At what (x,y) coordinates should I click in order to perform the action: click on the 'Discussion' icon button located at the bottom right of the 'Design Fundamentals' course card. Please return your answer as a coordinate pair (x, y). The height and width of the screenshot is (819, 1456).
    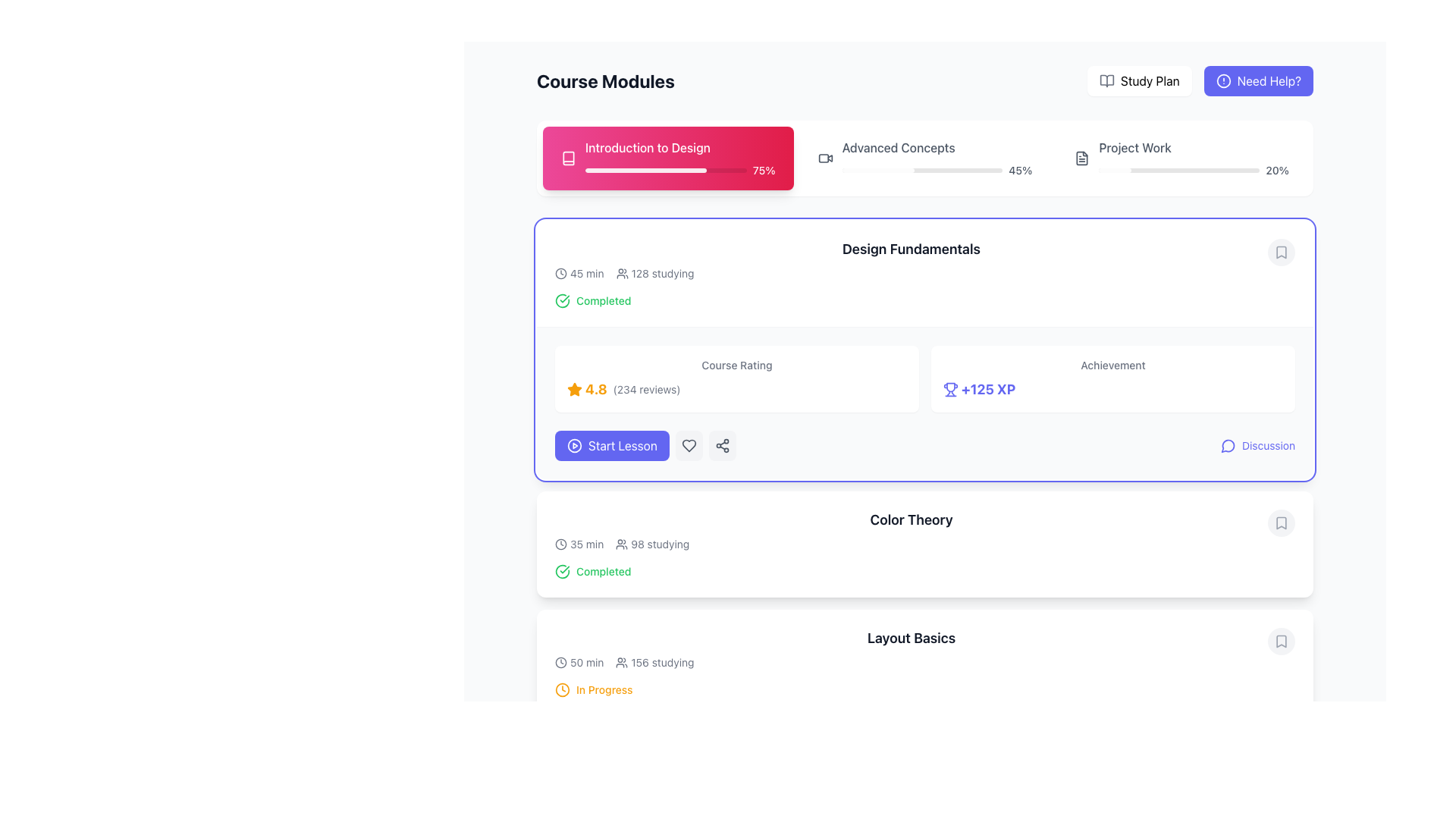
    Looking at the image, I should click on (1228, 445).